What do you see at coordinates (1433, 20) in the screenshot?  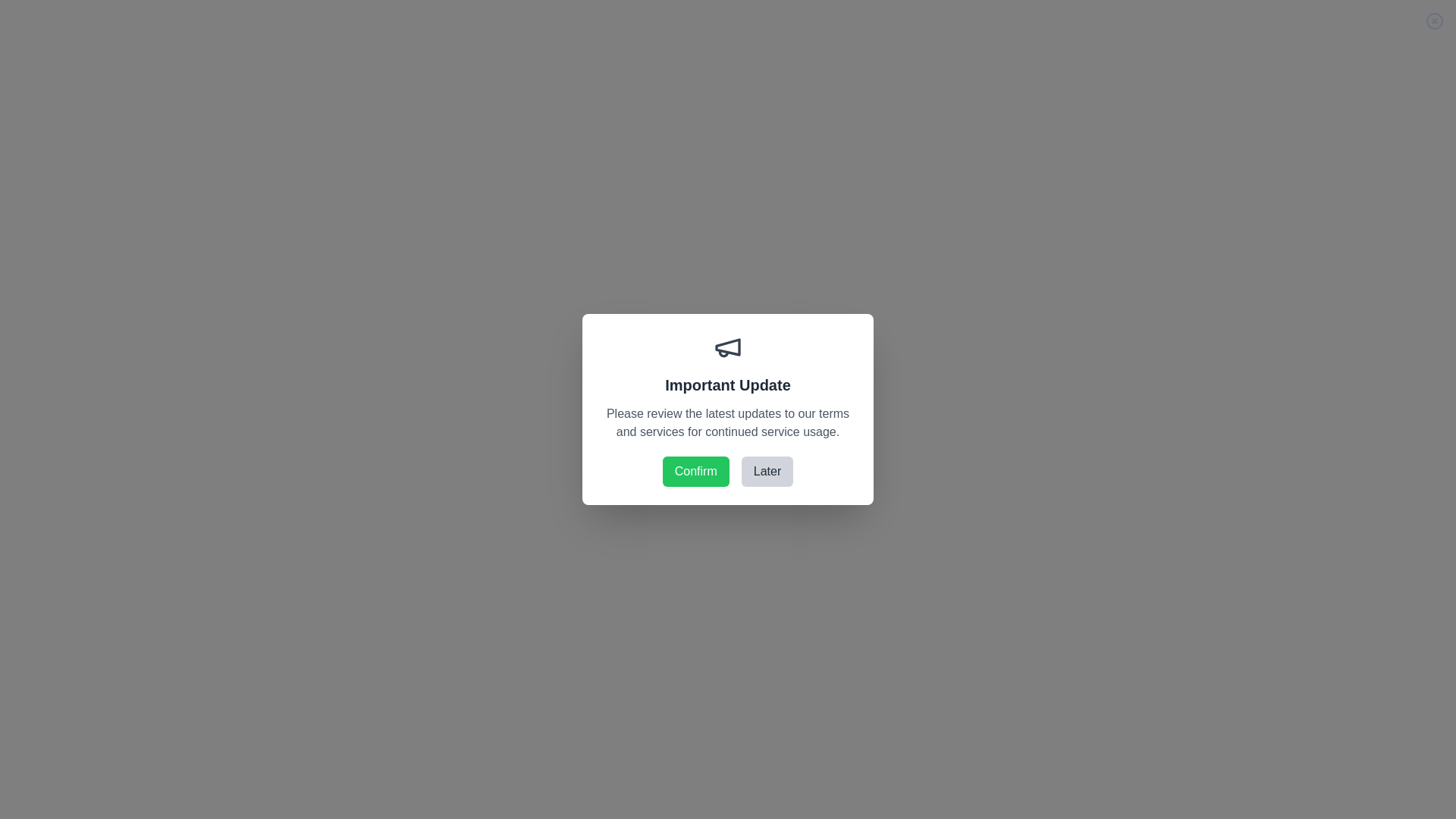 I see `the close button located in the top-right corner of the dialog` at bounding box center [1433, 20].